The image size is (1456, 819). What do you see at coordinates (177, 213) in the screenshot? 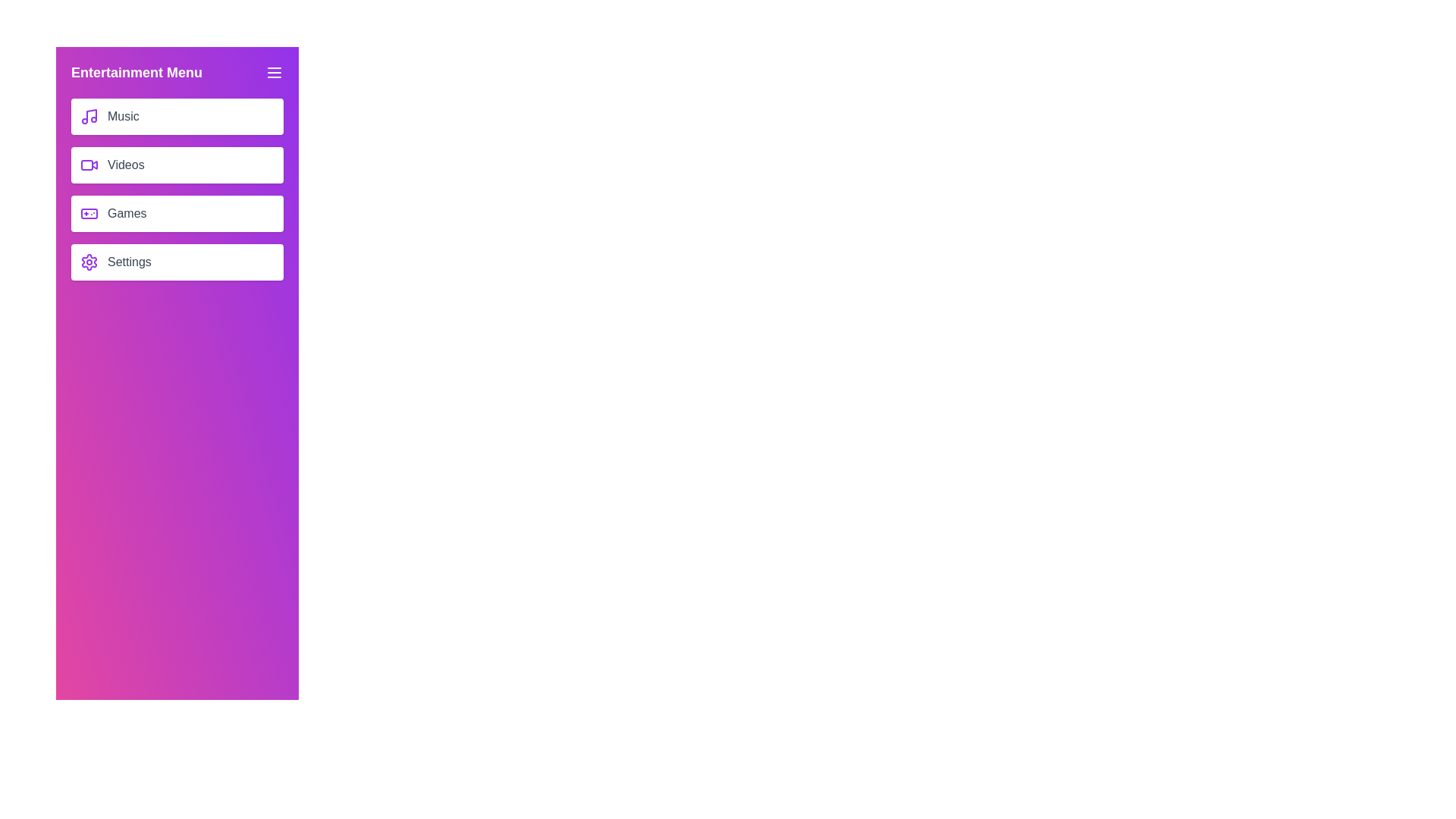
I see `the 'Games' button to select it` at bounding box center [177, 213].